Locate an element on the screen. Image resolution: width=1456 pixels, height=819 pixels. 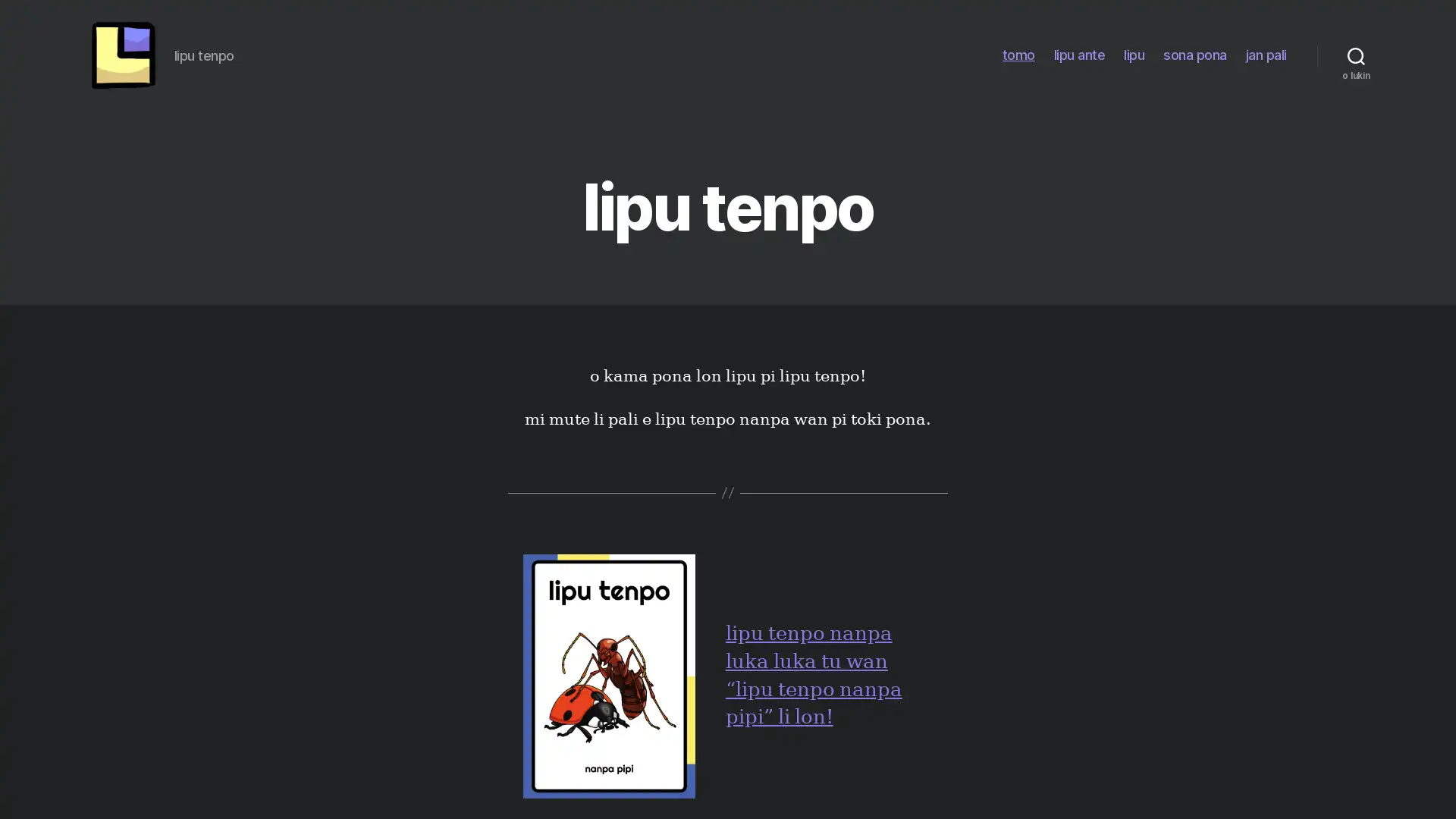
o lukin is located at coordinates (1356, 55).